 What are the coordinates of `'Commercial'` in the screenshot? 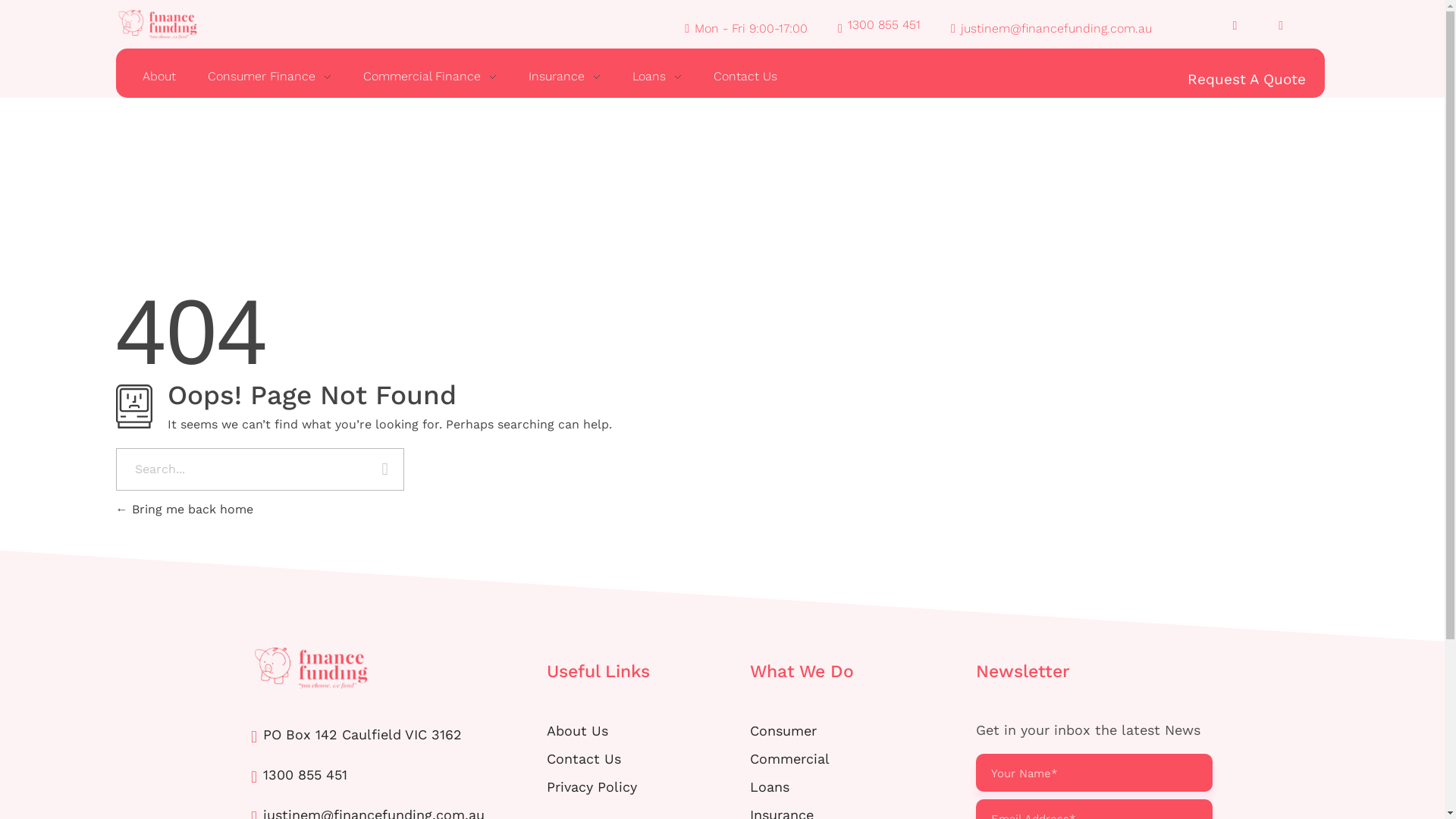 It's located at (789, 758).